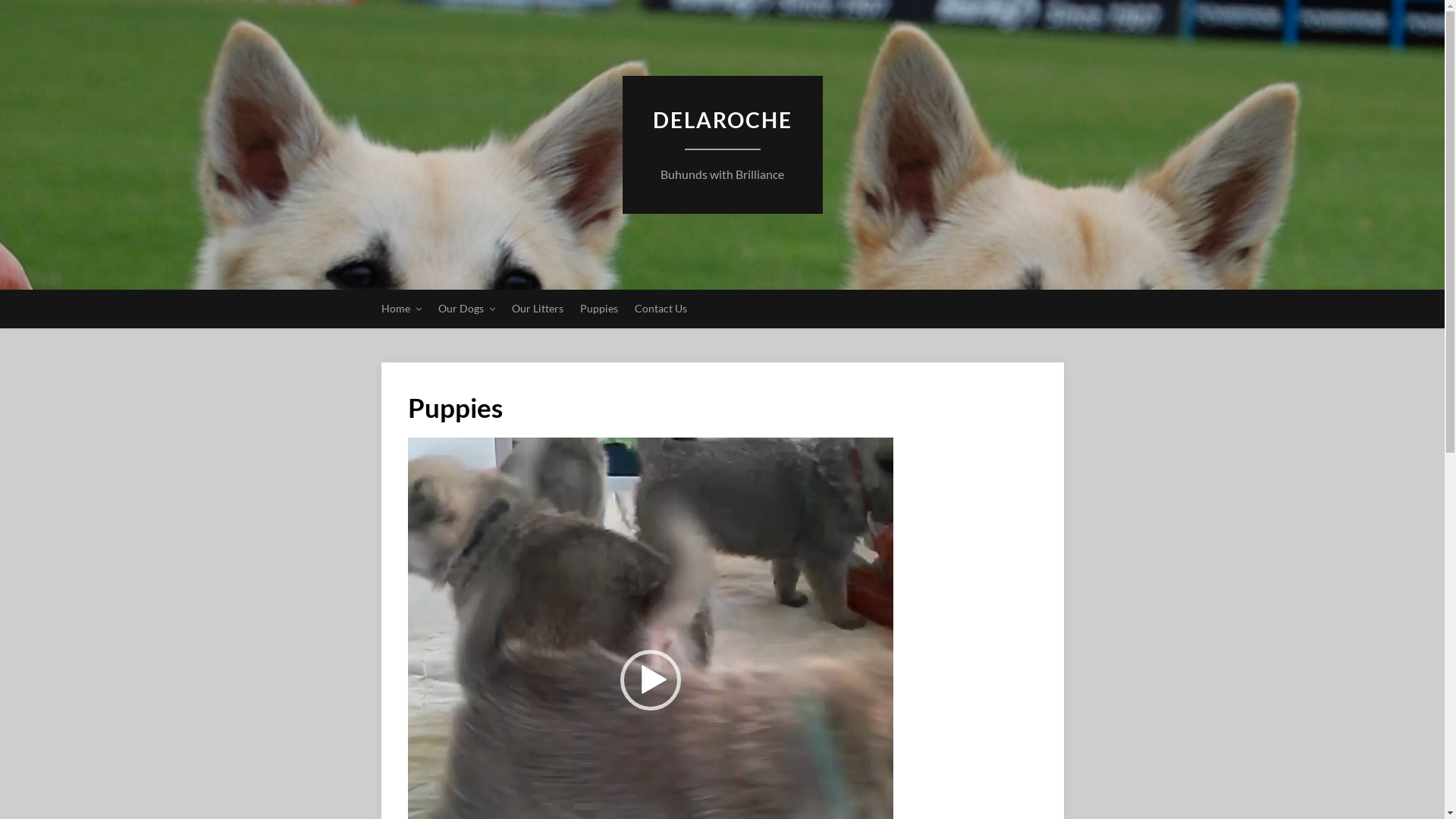  I want to click on 'Contact Us', so click(660, 308).